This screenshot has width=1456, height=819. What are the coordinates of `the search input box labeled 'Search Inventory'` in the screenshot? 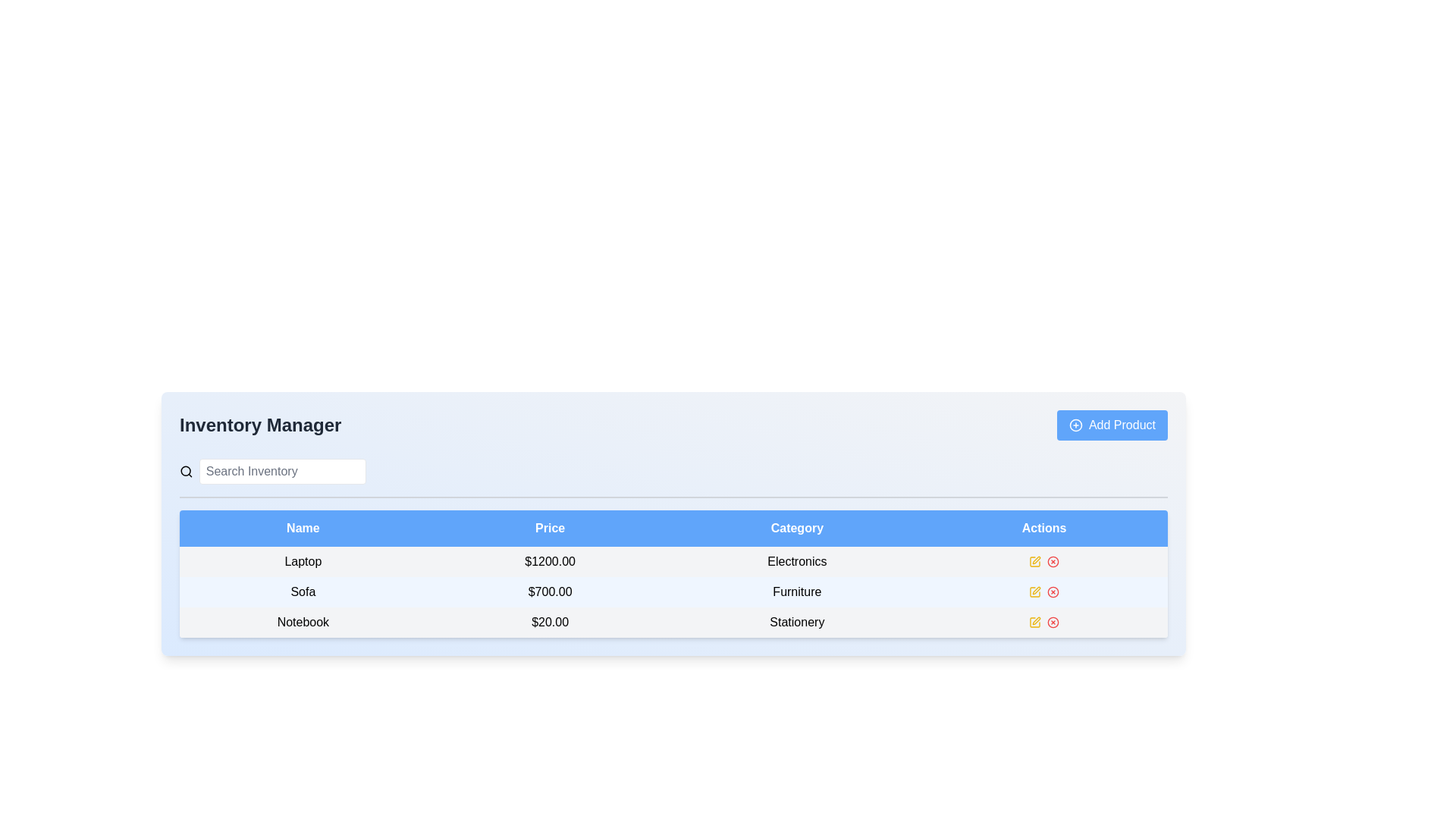 It's located at (273, 470).